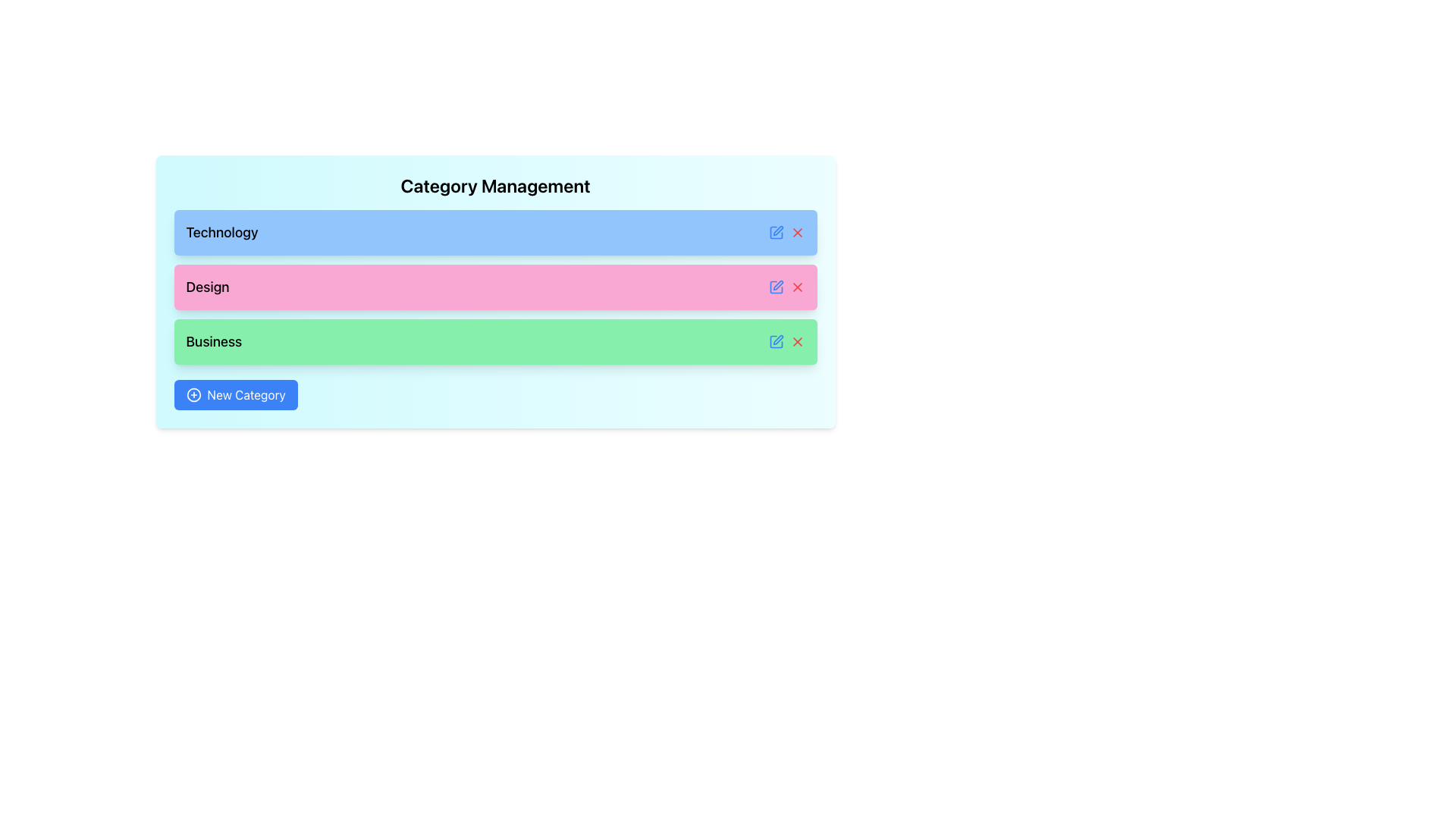 This screenshot has height=819, width=1456. What do you see at coordinates (786, 342) in the screenshot?
I see `the icons within the Horizontal Icon Group located on the far right of the green-highlighted 'Business' row in the 'Category Management' section` at bounding box center [786, 342].